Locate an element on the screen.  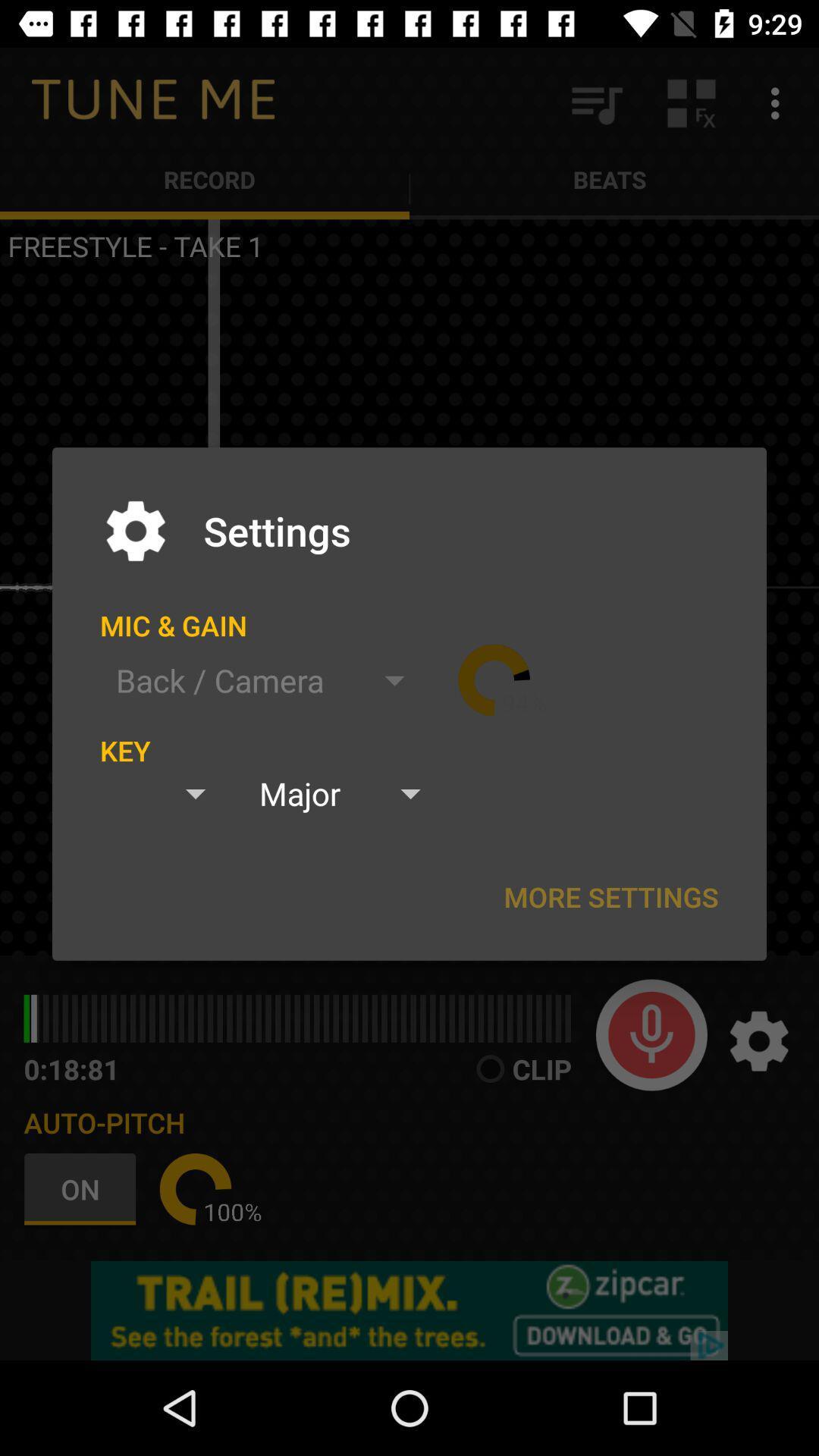
the icon above the beats app is located at coordinates (691, 102).